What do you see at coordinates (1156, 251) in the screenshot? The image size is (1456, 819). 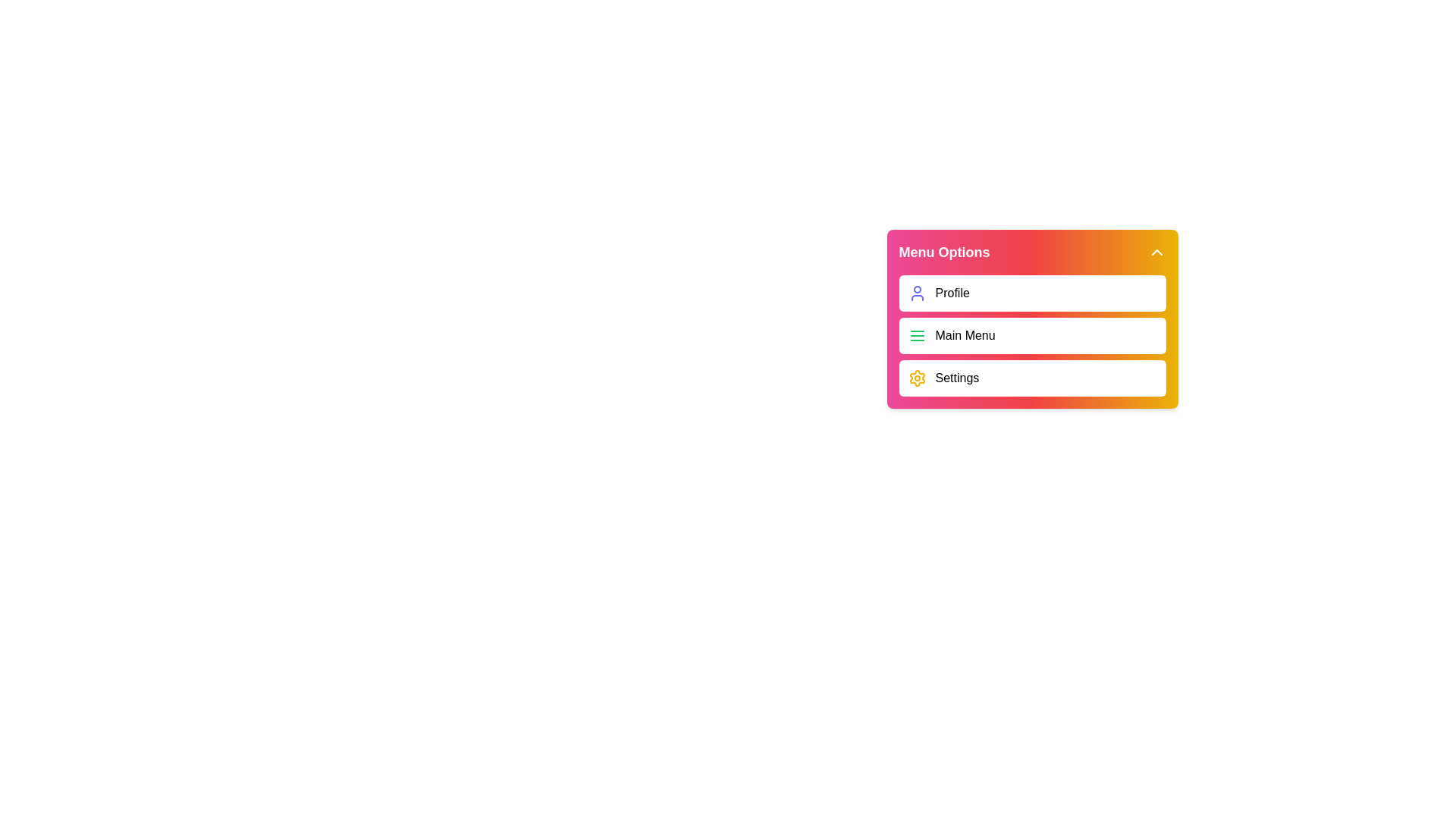 I see `the dropdown button to toggle the menu's visibility` at bounding box center [1156, 251].